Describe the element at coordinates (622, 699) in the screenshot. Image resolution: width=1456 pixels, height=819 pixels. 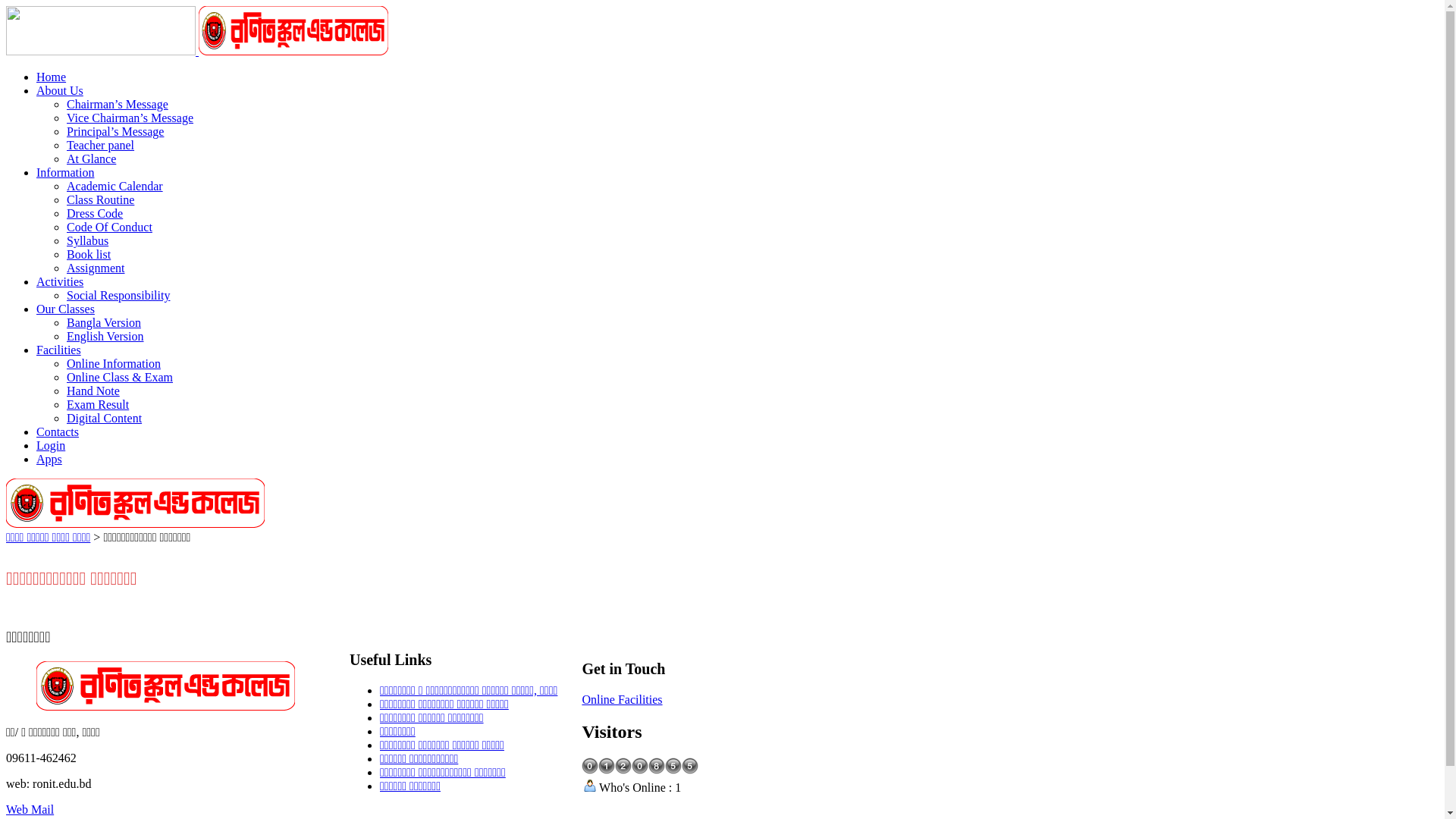
I see `'Online Facilities'` at that location.